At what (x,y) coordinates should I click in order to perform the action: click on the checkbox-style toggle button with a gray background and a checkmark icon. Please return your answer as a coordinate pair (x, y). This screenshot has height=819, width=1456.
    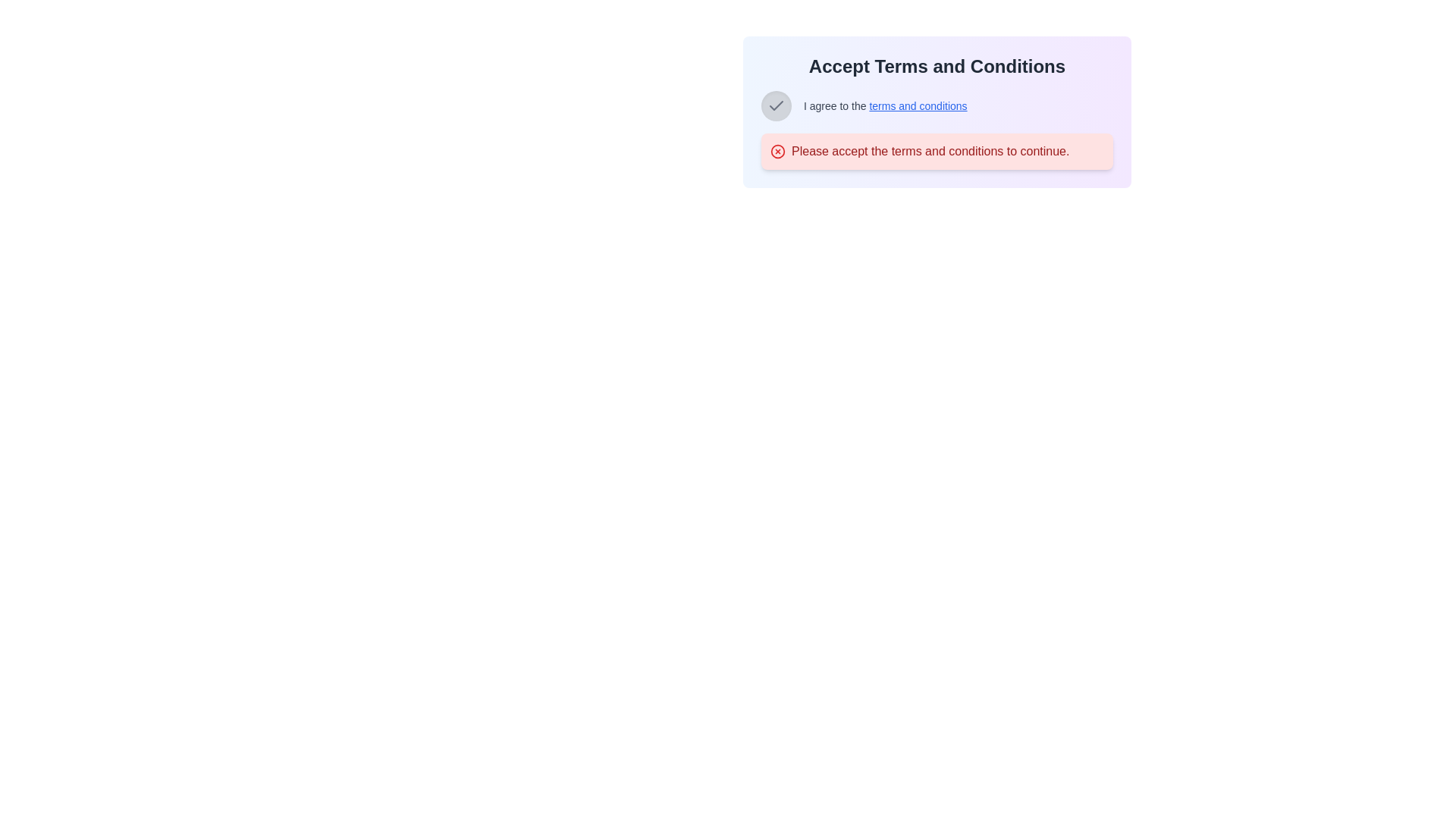
    Looking at the image, I should click on (776, 105).